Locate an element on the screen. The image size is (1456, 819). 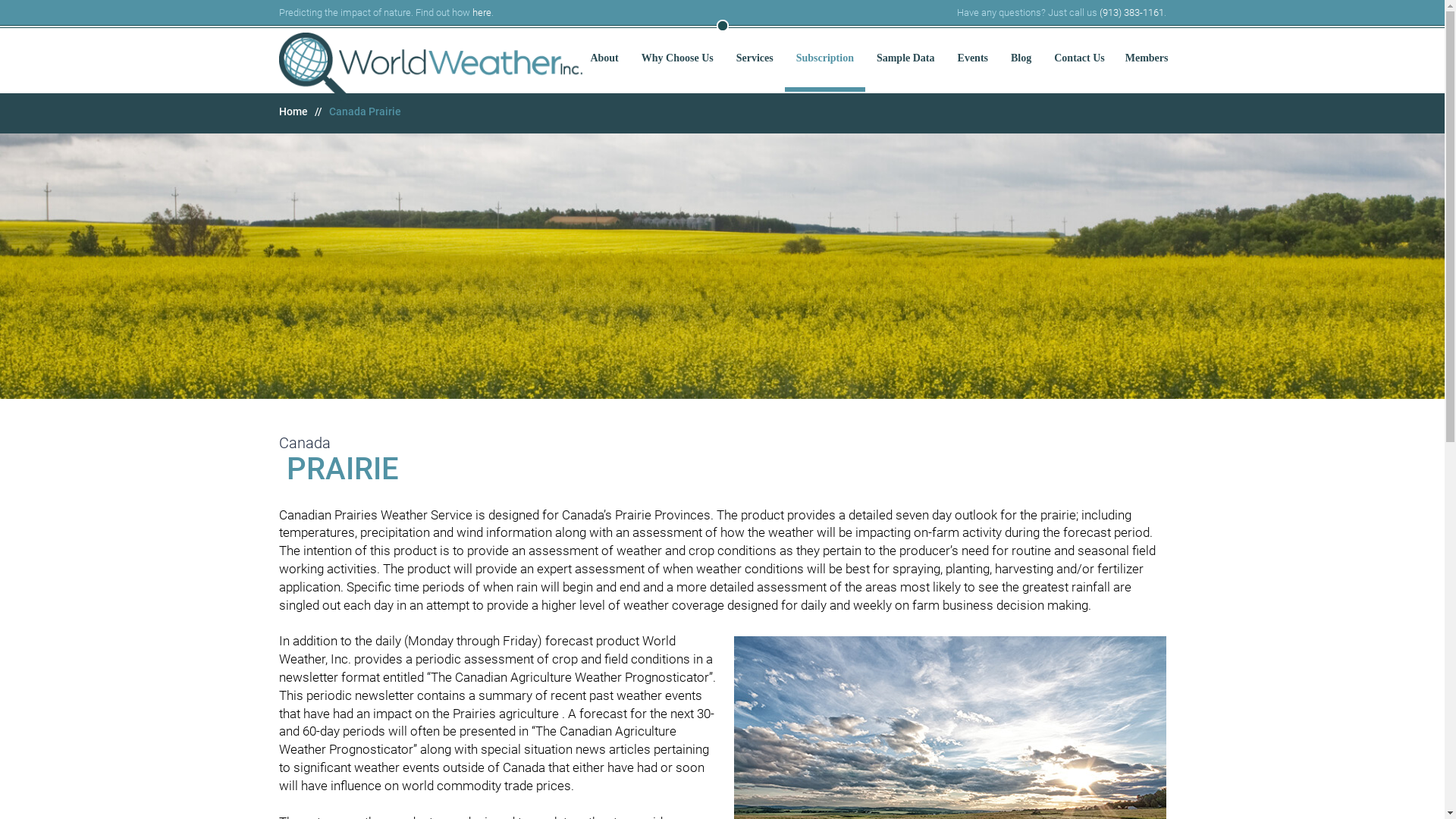
'Home' is located at coordinates (293, 110).